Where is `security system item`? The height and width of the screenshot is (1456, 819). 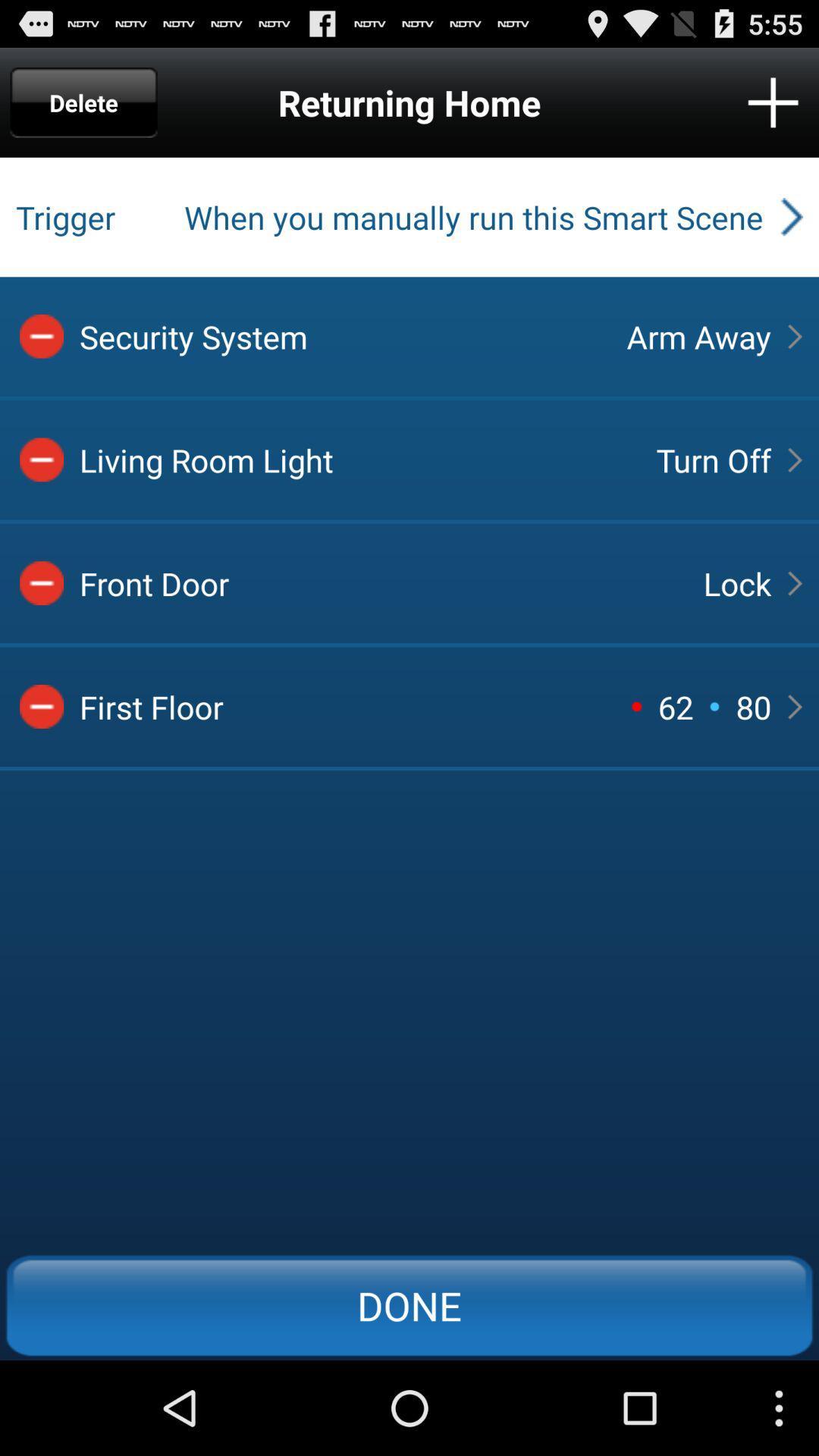 security system item is located at coordinates (339, 335).